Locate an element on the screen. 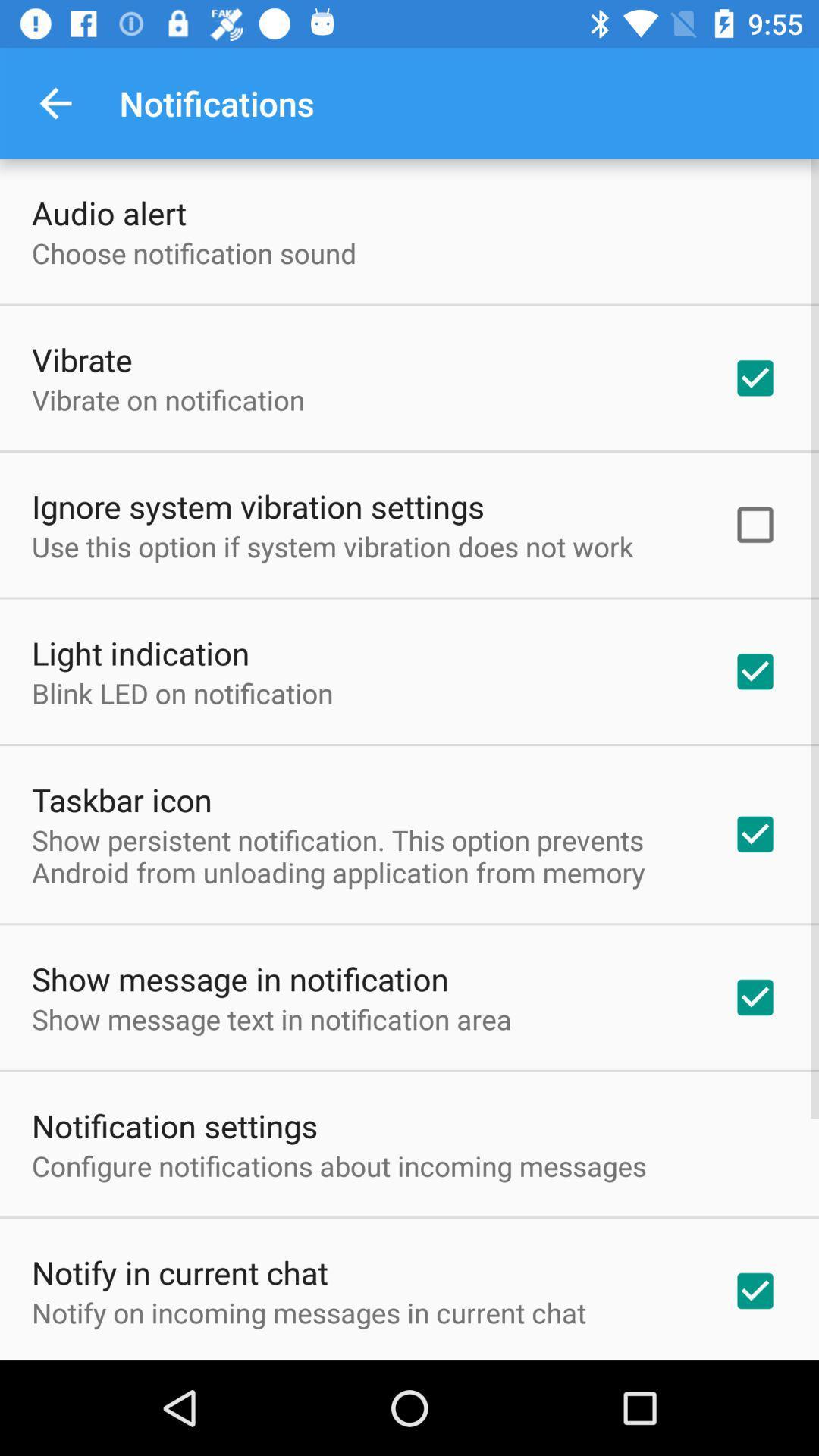 The width and height of the screenshot is (819, 1456). notification settings icon is located at coordinates (174, 1125).